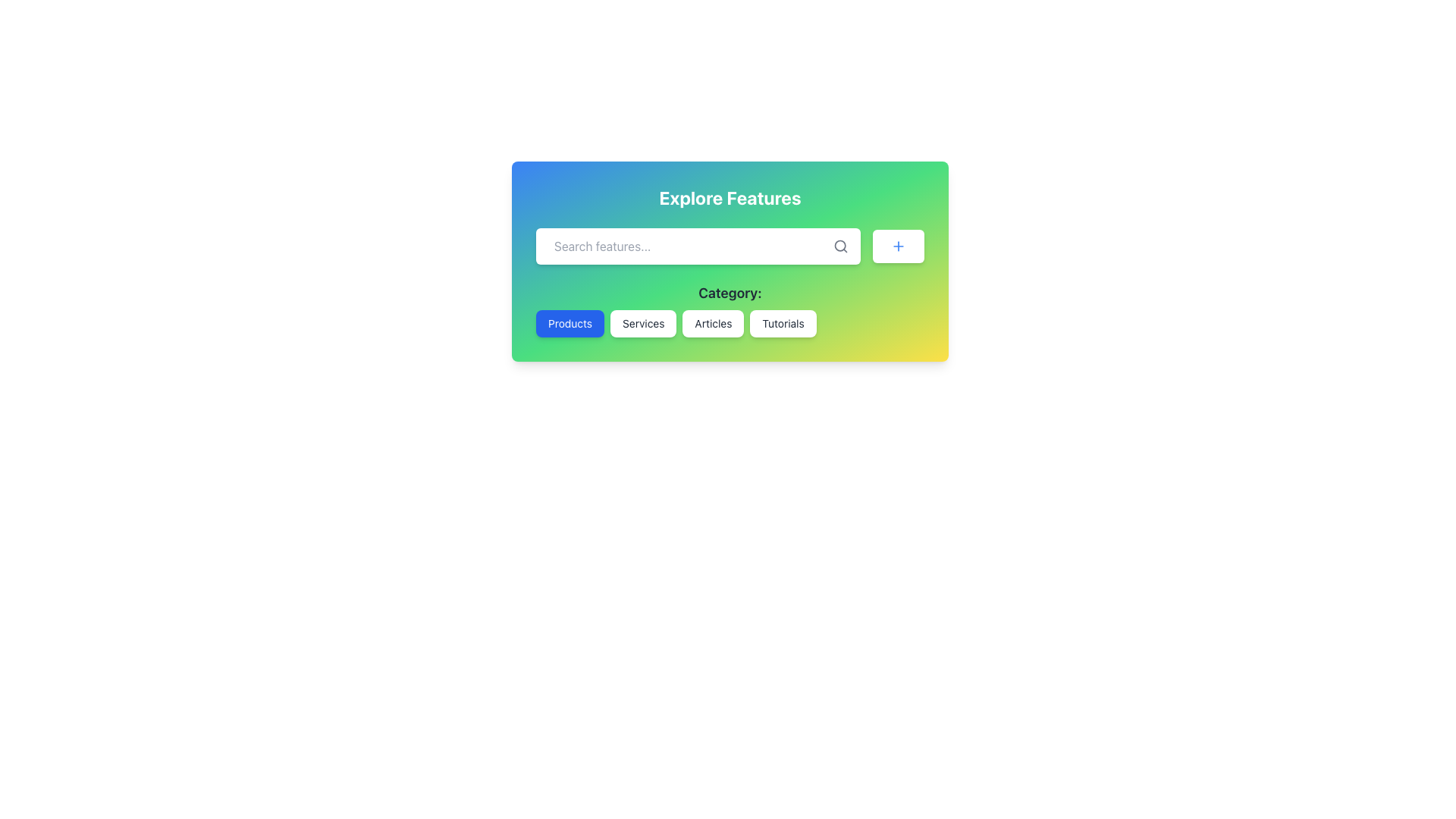  What do you see at coordinates (712, 323) in the screenshot?
I see `the 'Articles' category selector button, which is the third button in a series of four buttons labeled 'Products', 'Services', 'Articles', and 'Tutorials', to visualize hover effects` at bounding box center [712, 323].